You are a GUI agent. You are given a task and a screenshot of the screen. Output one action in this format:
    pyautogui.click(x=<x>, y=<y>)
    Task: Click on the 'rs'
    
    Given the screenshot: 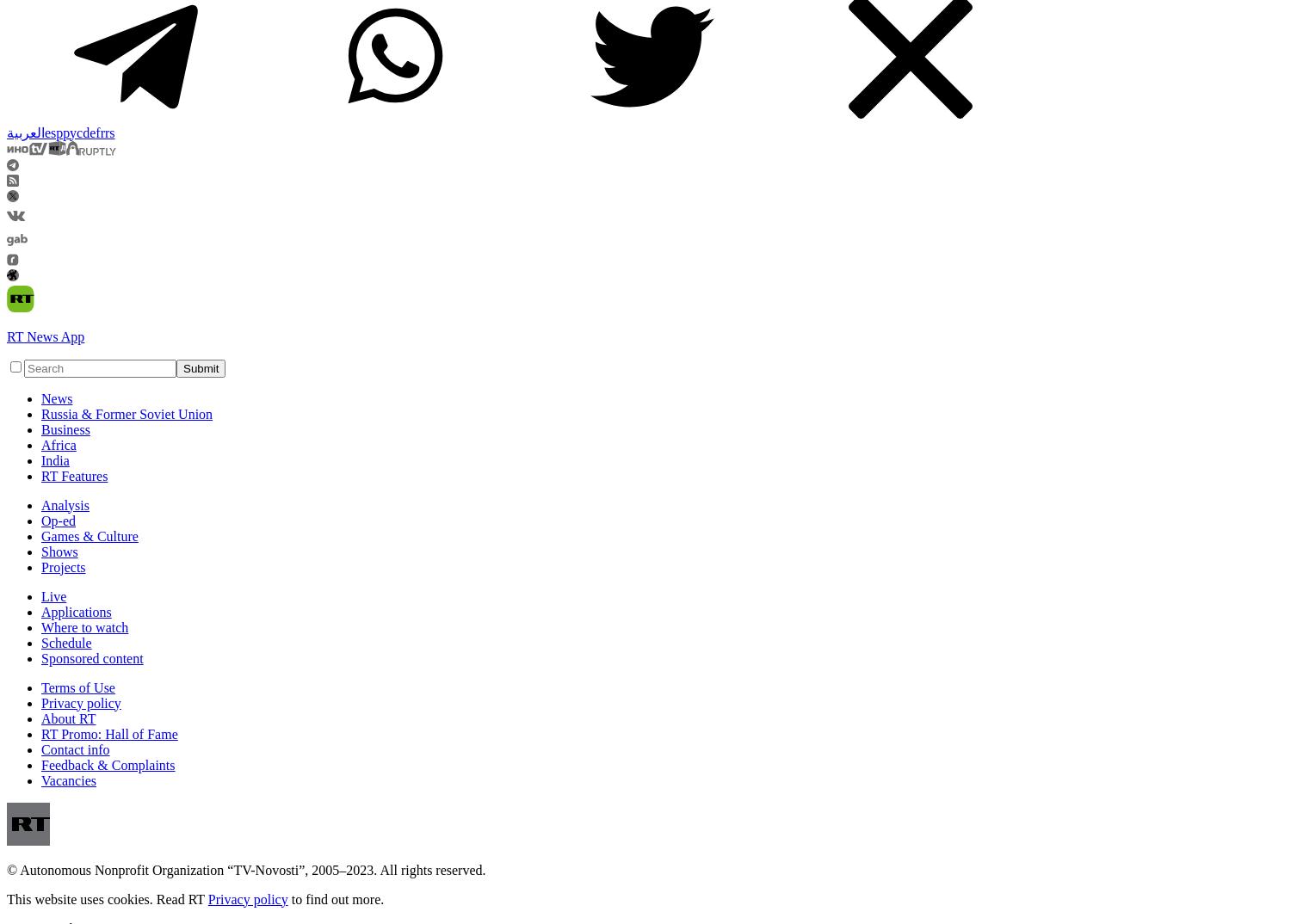 What is the action you would take?
    pyautogui.click(x=109, y=131)
    